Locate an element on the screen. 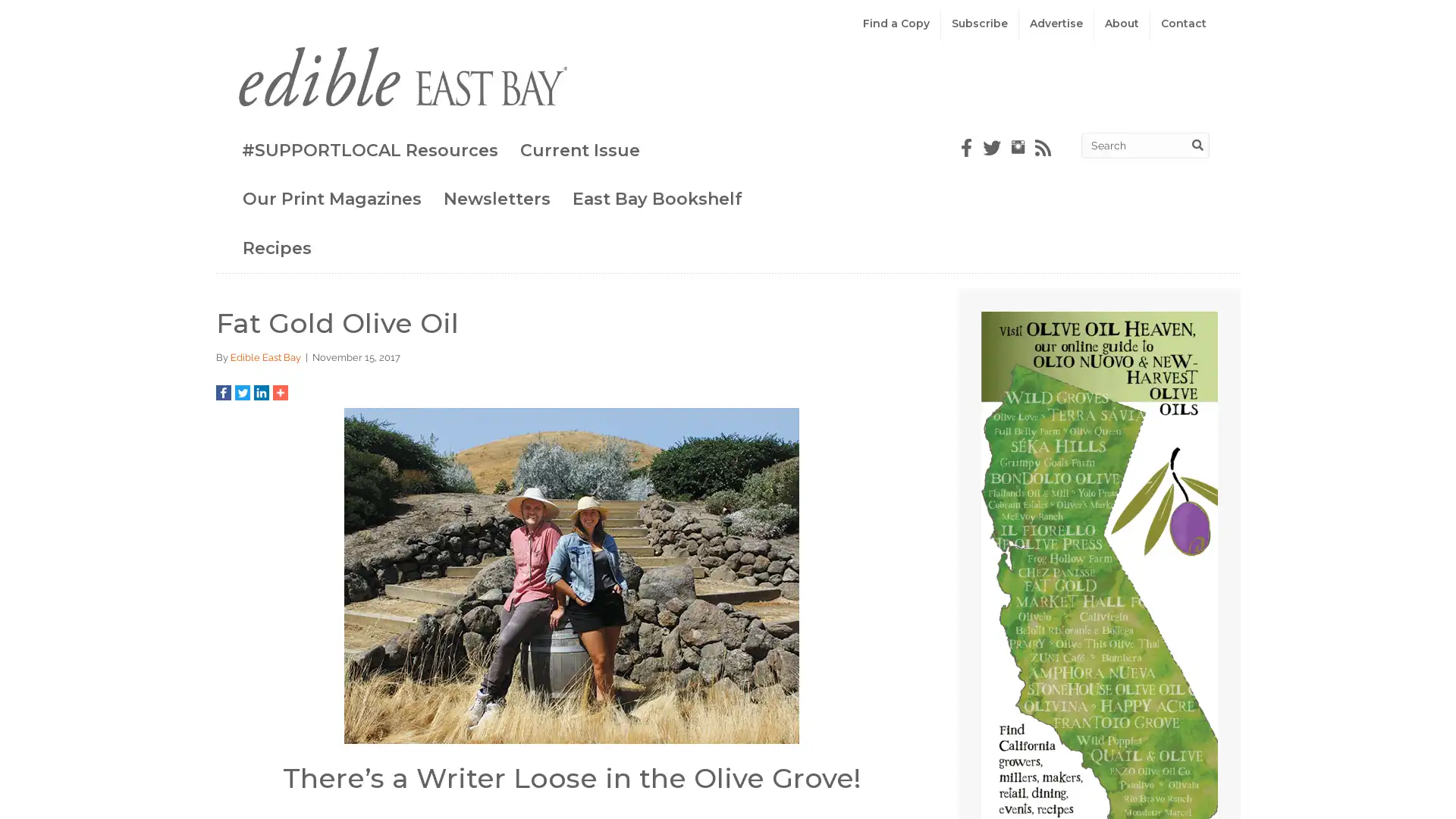  Share to Facebook is located at coordinates (217, 391).